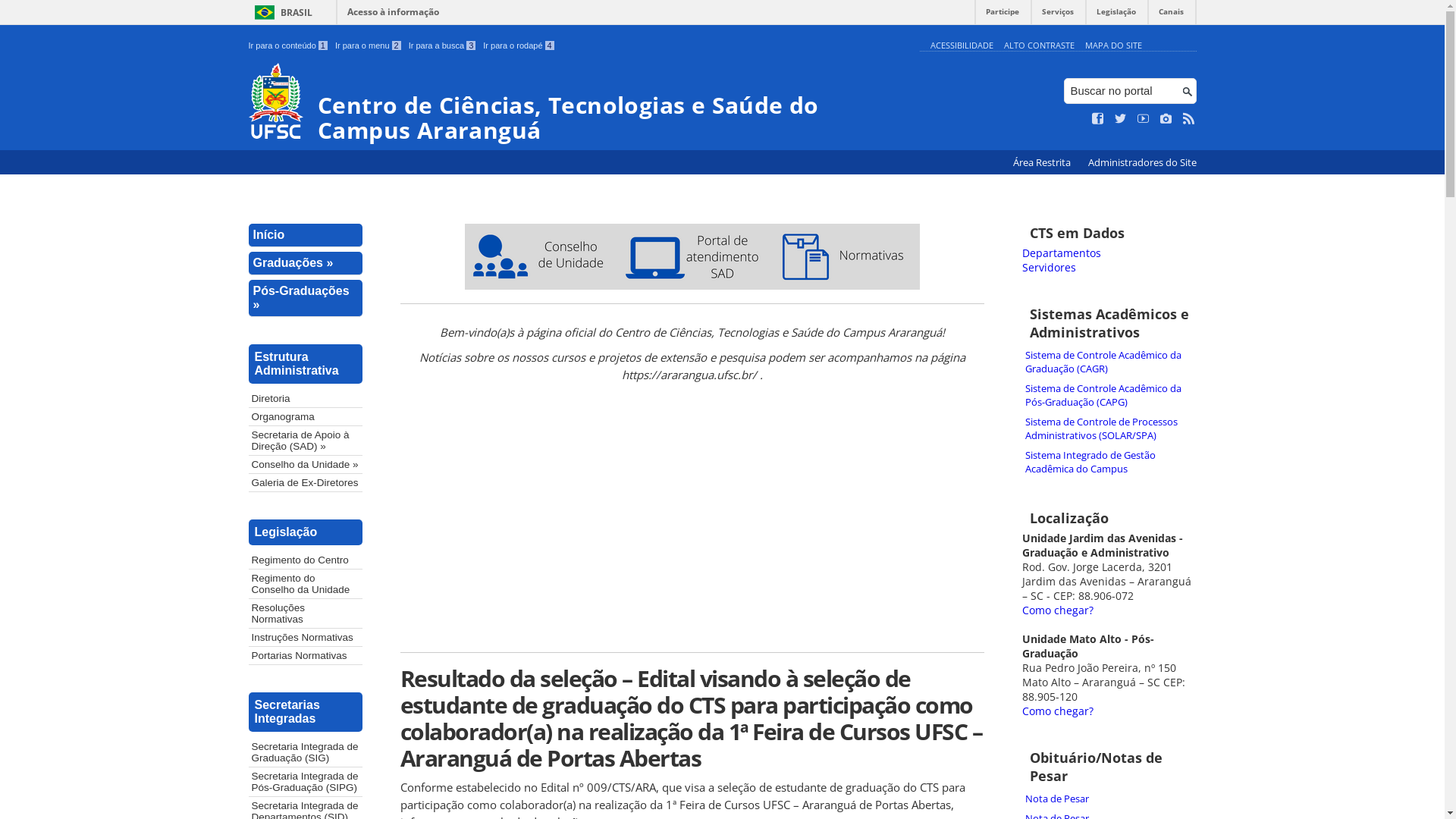 This screenshot has height=819, width=1456. I want to click on 'Curta no Facebook', so click(1098, 118).